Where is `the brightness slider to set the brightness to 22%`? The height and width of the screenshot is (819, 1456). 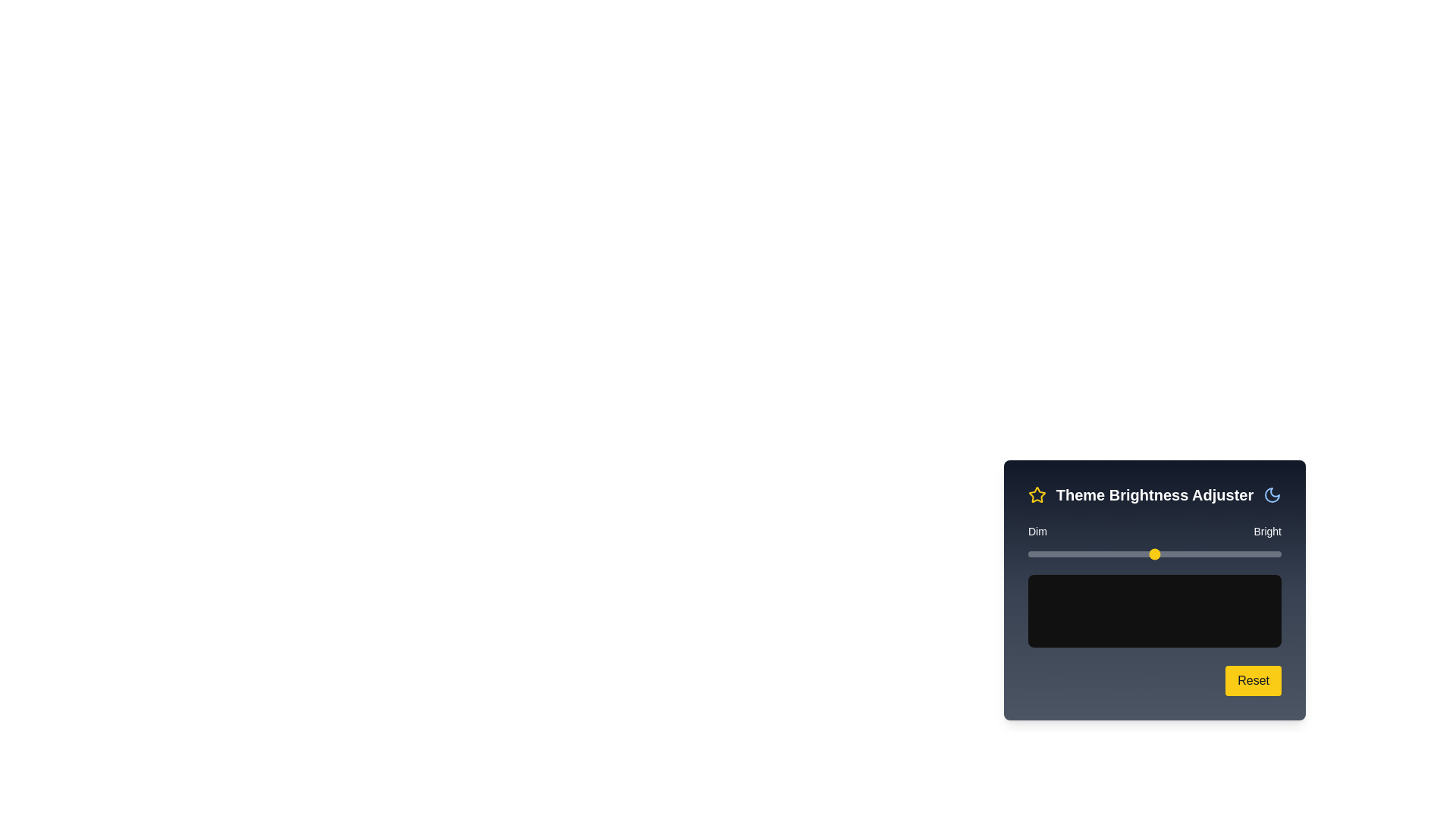
the brightness slider to set the brightness to 22% is located at coordinates (1083, 554).